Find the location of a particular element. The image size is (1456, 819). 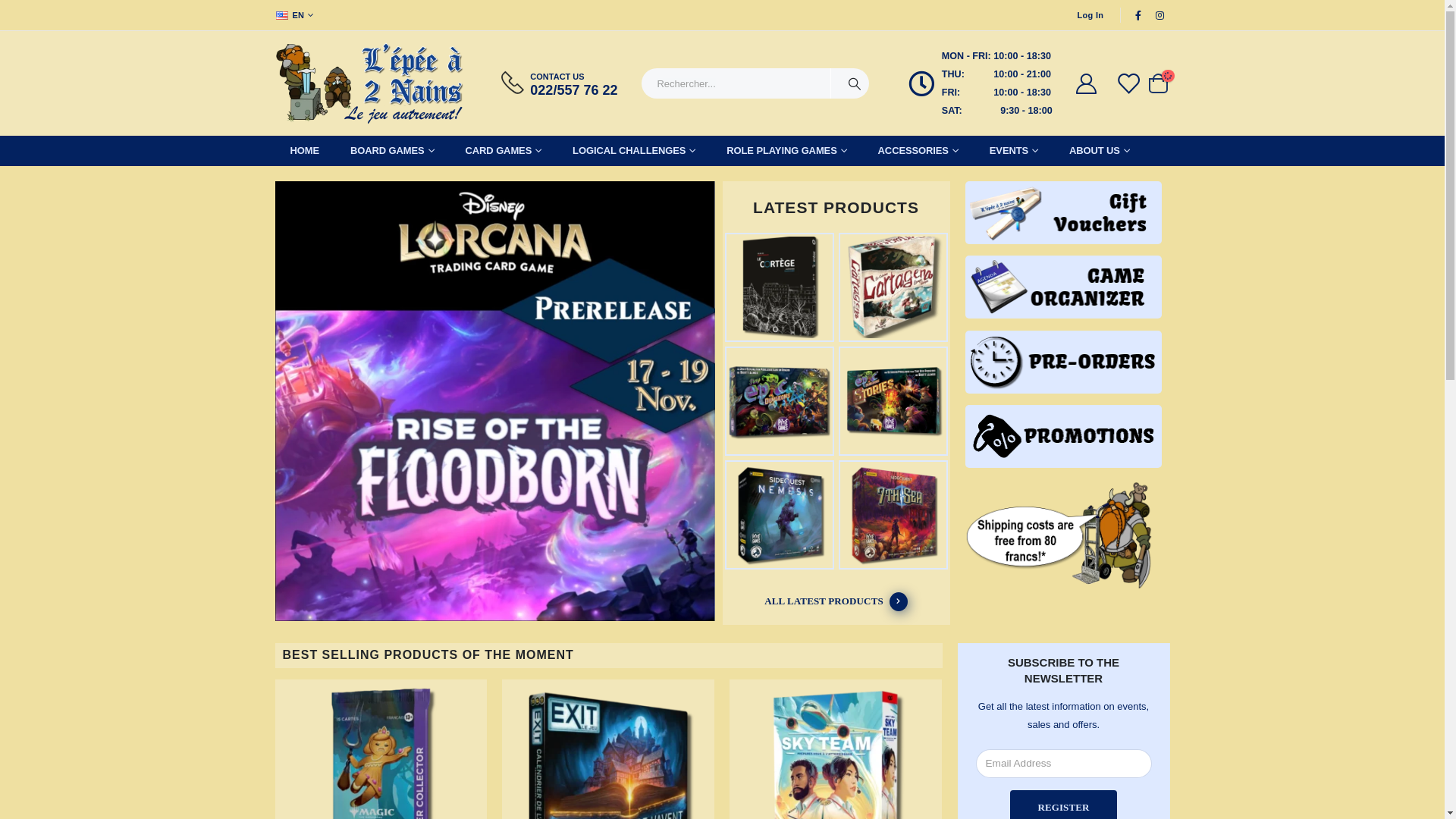

'frais-de-ports_en' is located at coordinates (1062, 535).